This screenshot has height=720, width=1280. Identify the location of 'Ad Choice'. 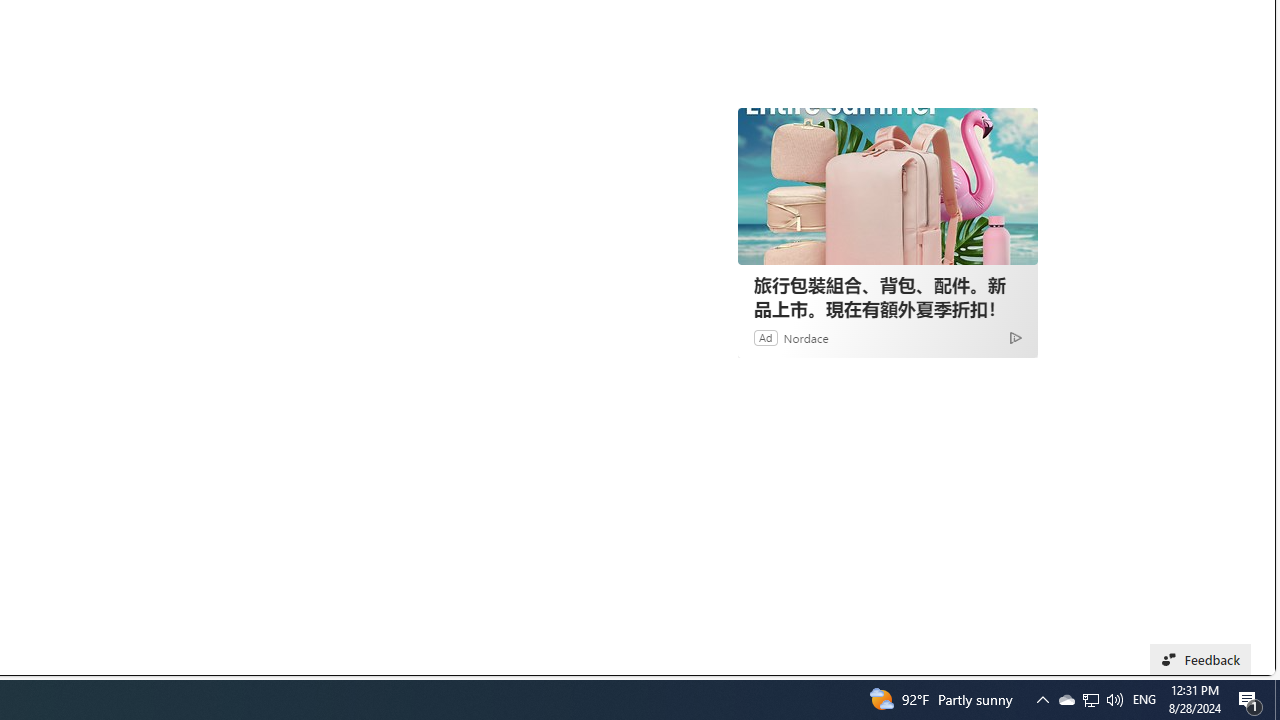
(1015, 336).